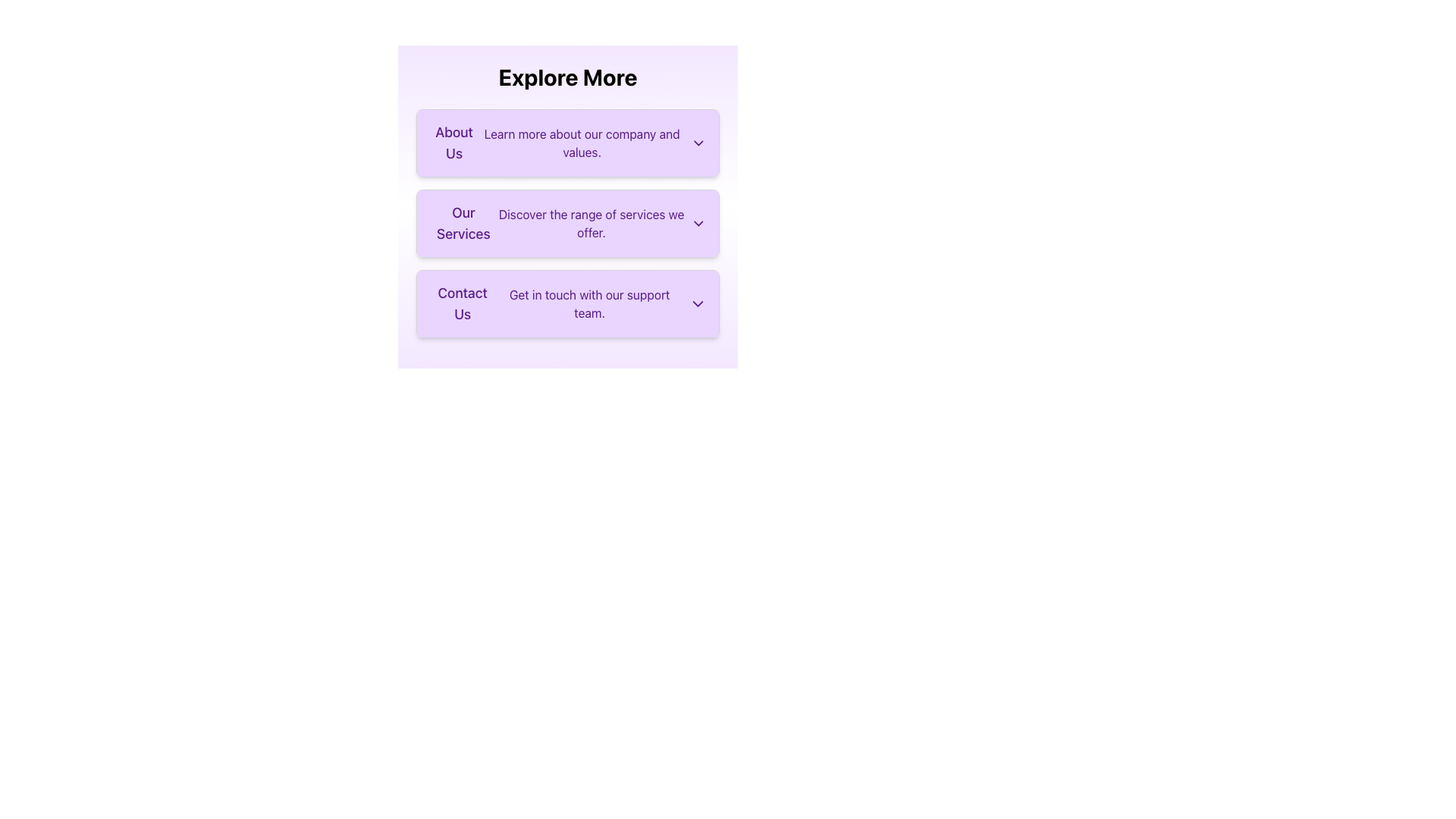 The width and height of the screenshot is (1456, 819). Describe the element at coordinates (697, 304) in the screenshot. I see `the downward-pointing chevron icon button outlined in purple within the 'Contact Us' section` at that location.